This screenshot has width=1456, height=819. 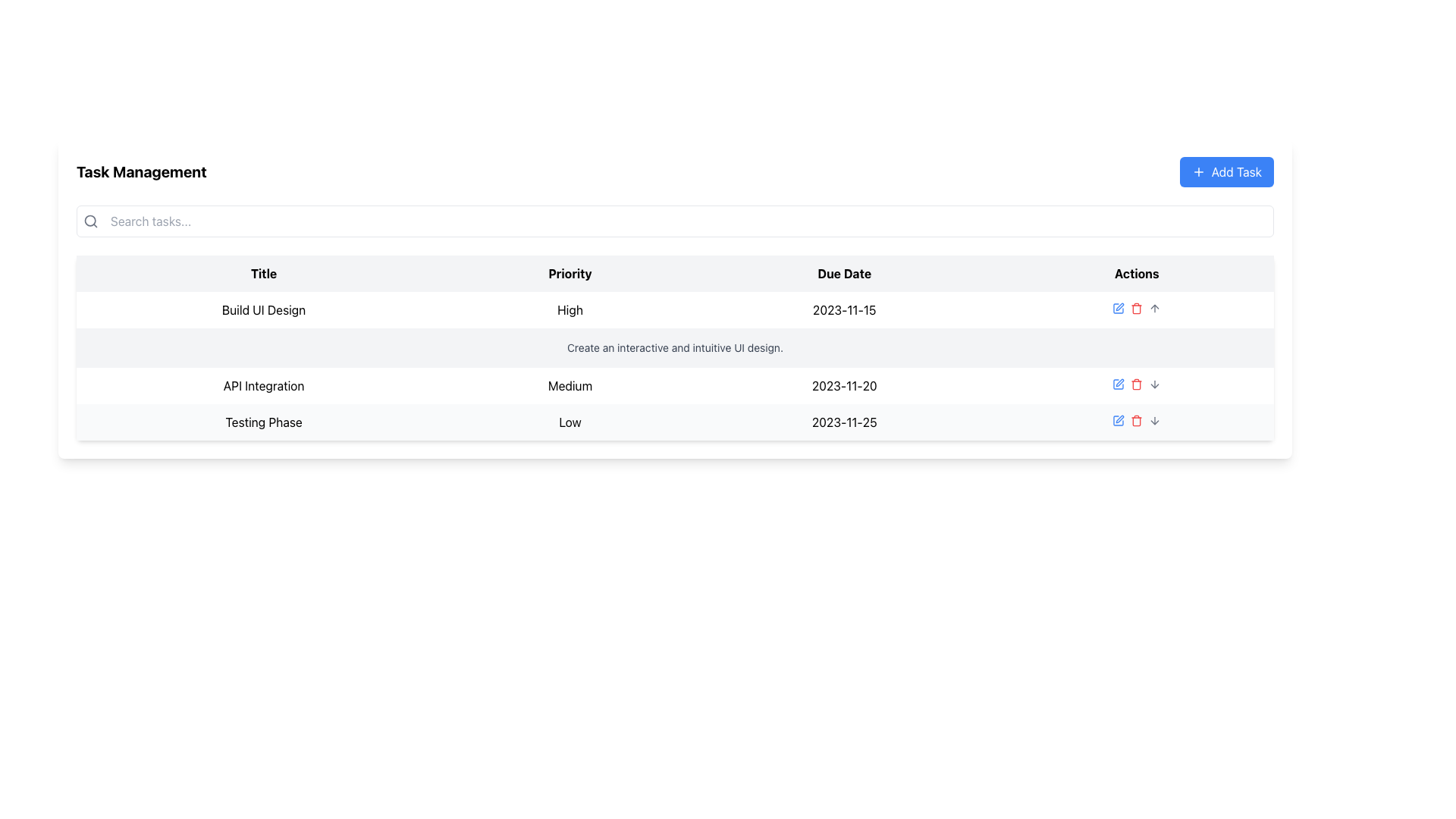 I want to click on the blue edit icon resembling a pen in the 'Actions' column for the 'API Integration' task, so click(x=1119, y=421).